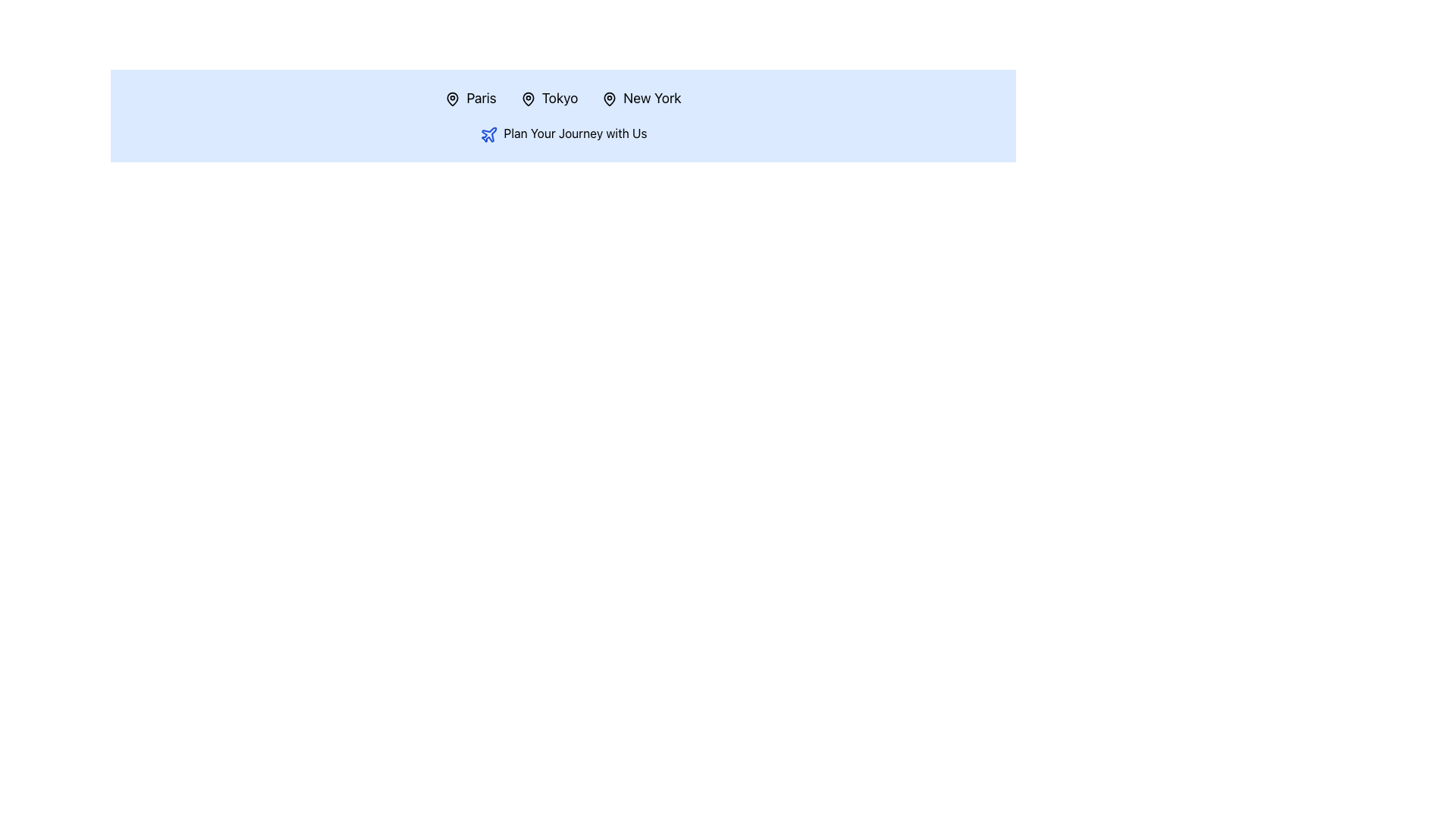 This screenshot has width=1456, height=819. Describe the element at coordinates (488, 133) in the screenshot. I see `the flight icon located to the left of the text 'Plan Your Journey with Us' to enhance visual context and indicate travel` at that location.